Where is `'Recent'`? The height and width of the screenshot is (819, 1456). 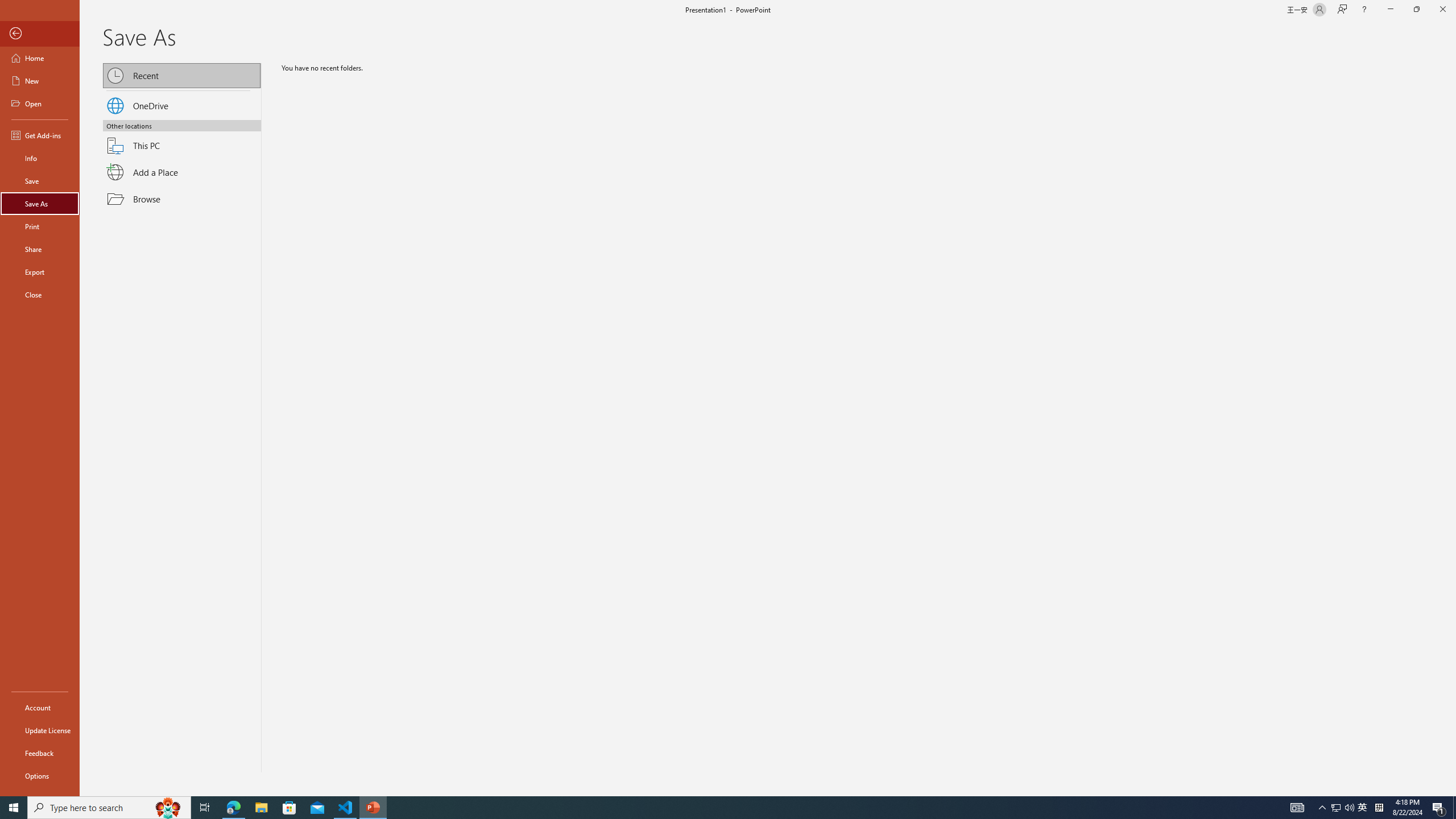 'Recent' is located at coordinates (183, 76).